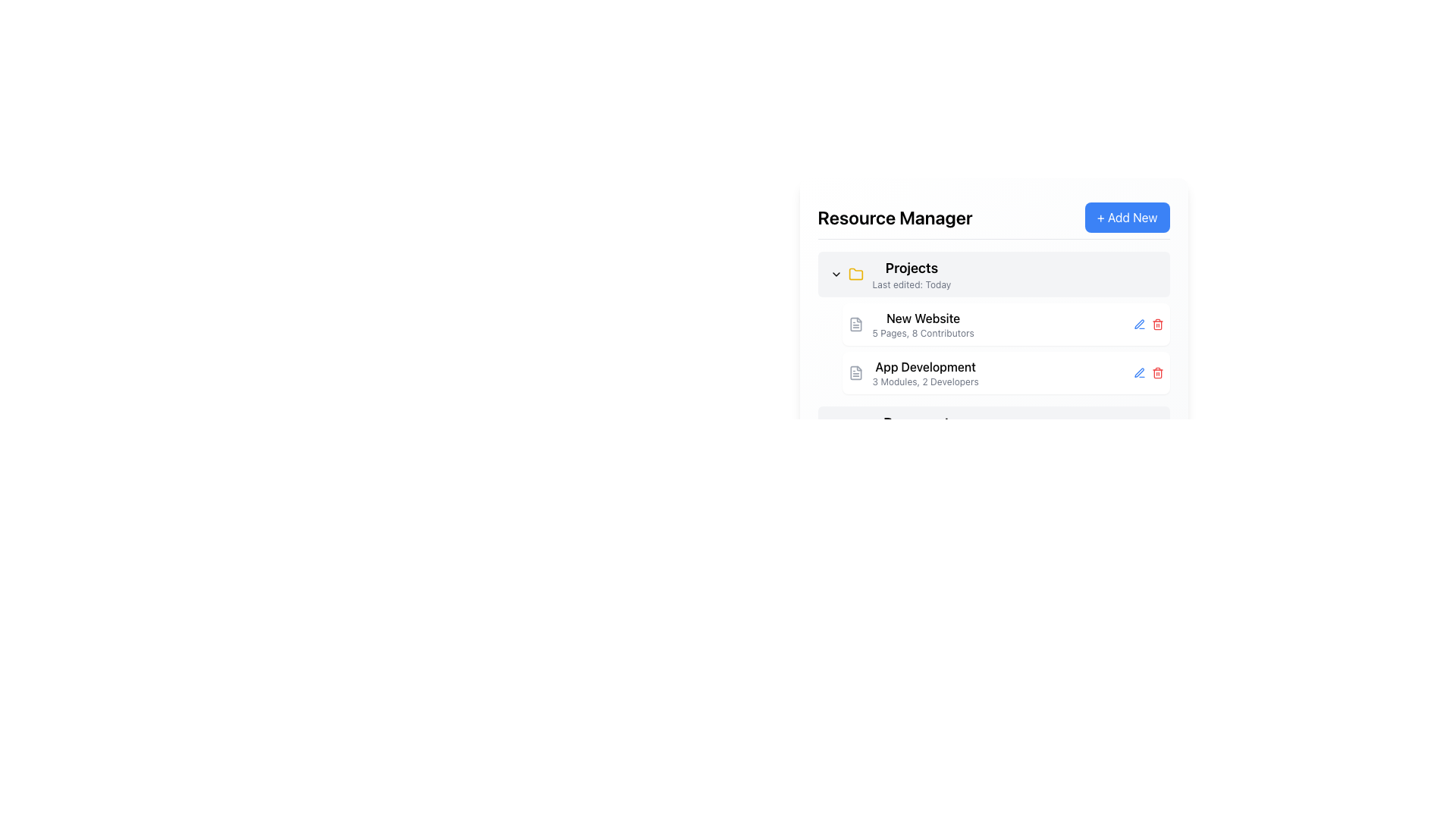 The width and height of the screenshot is (1456, 819). What do you see at coordinates (855, 373) in the screenshot?
I see `the gray document icon located to the left of the text 'App Development' in the 'Projects' section` at bounding box center [855, 373].